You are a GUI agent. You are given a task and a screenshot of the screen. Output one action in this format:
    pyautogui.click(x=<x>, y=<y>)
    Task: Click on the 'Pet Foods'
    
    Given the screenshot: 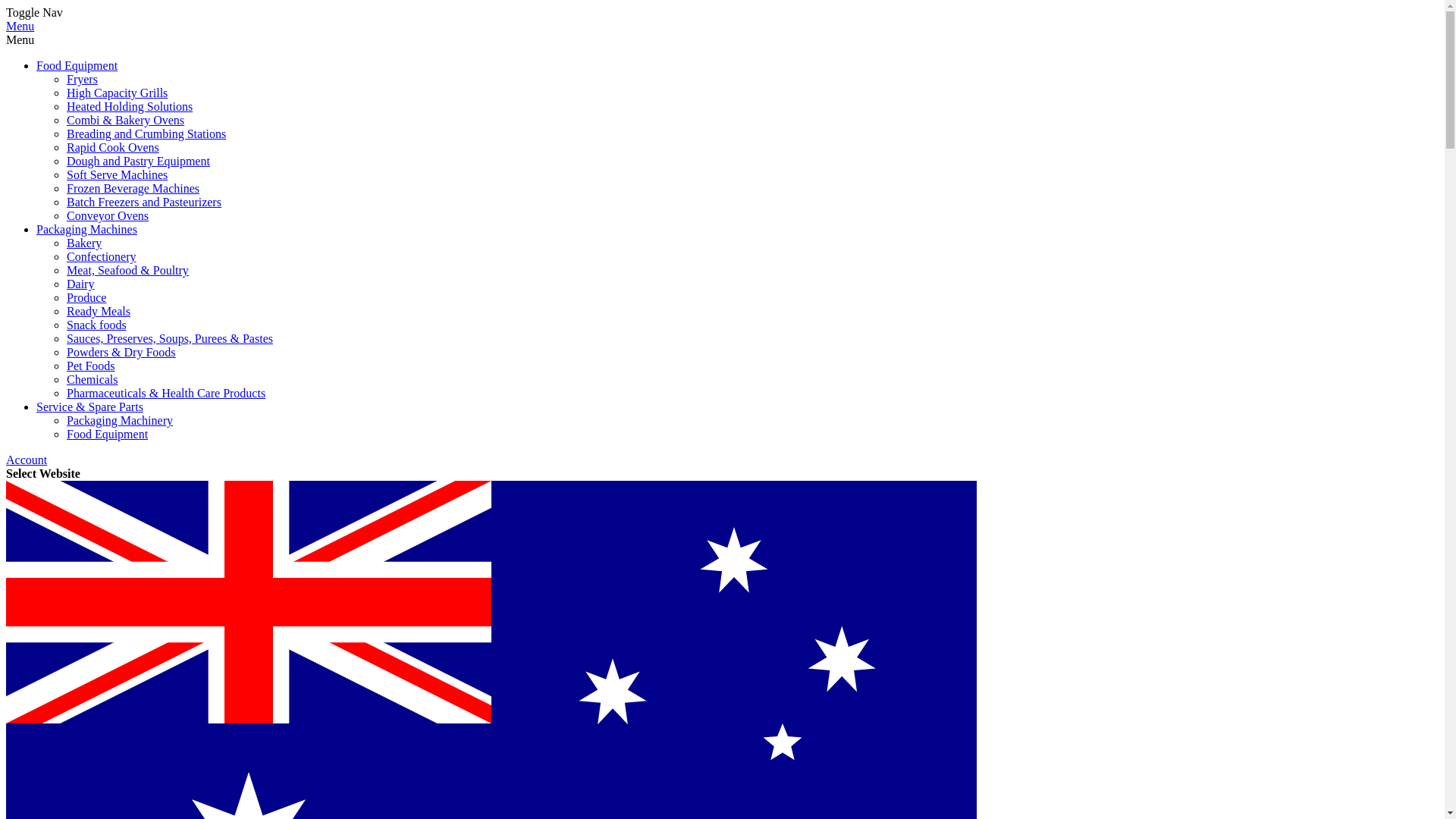 What is the action you would take?
    pyautogui.click(x=90, y=366)
    